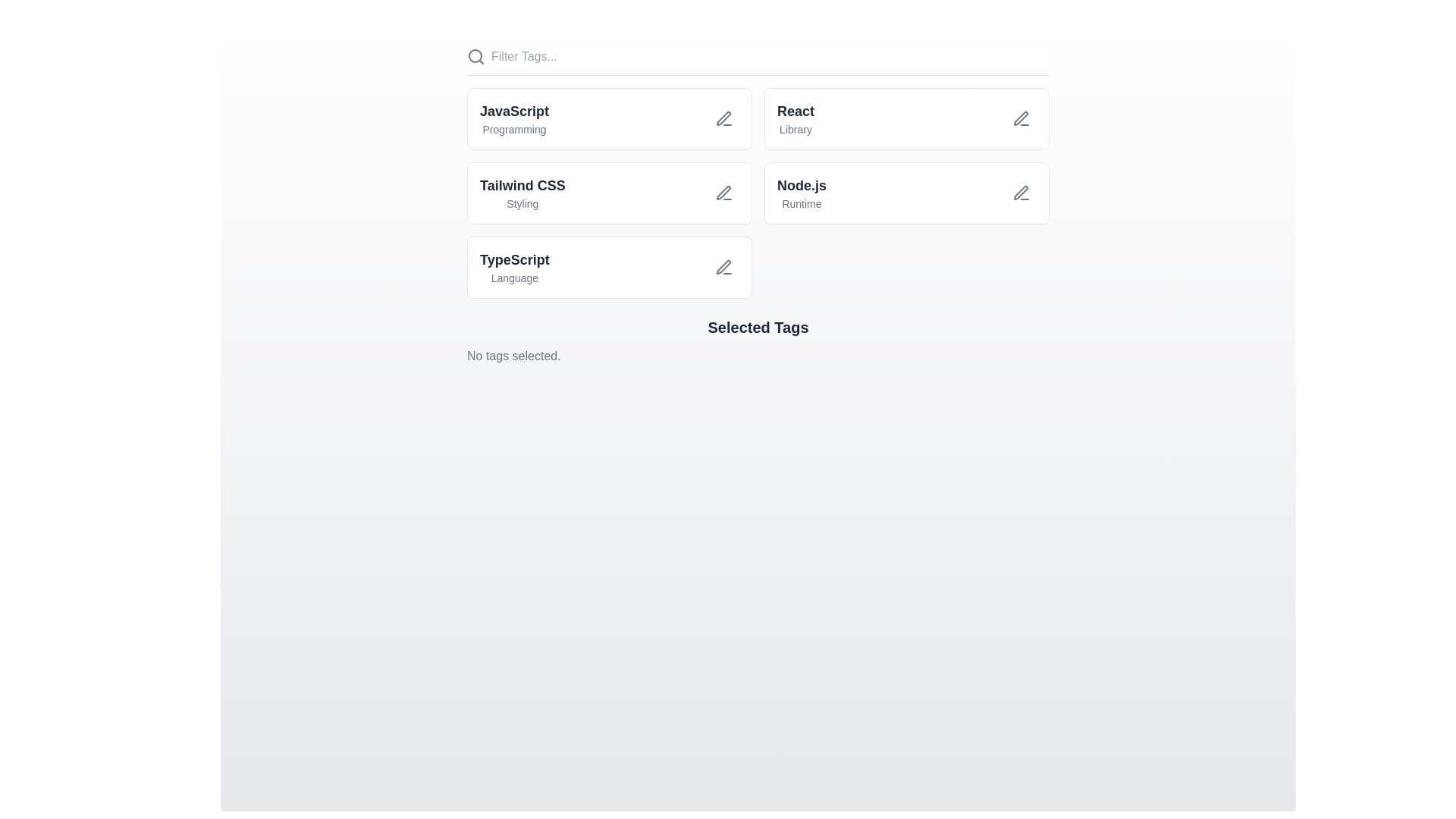 The width and height of the screenshot is (1456, 819). Describe the element at coordinates (522, 192) in the screenshot. I see `the 'Tailwind CSS' tag or category selector, which is the second selectable item in a vertical list located below 'JavaScript Programming' and above 'TypeScript Language'` at that location.